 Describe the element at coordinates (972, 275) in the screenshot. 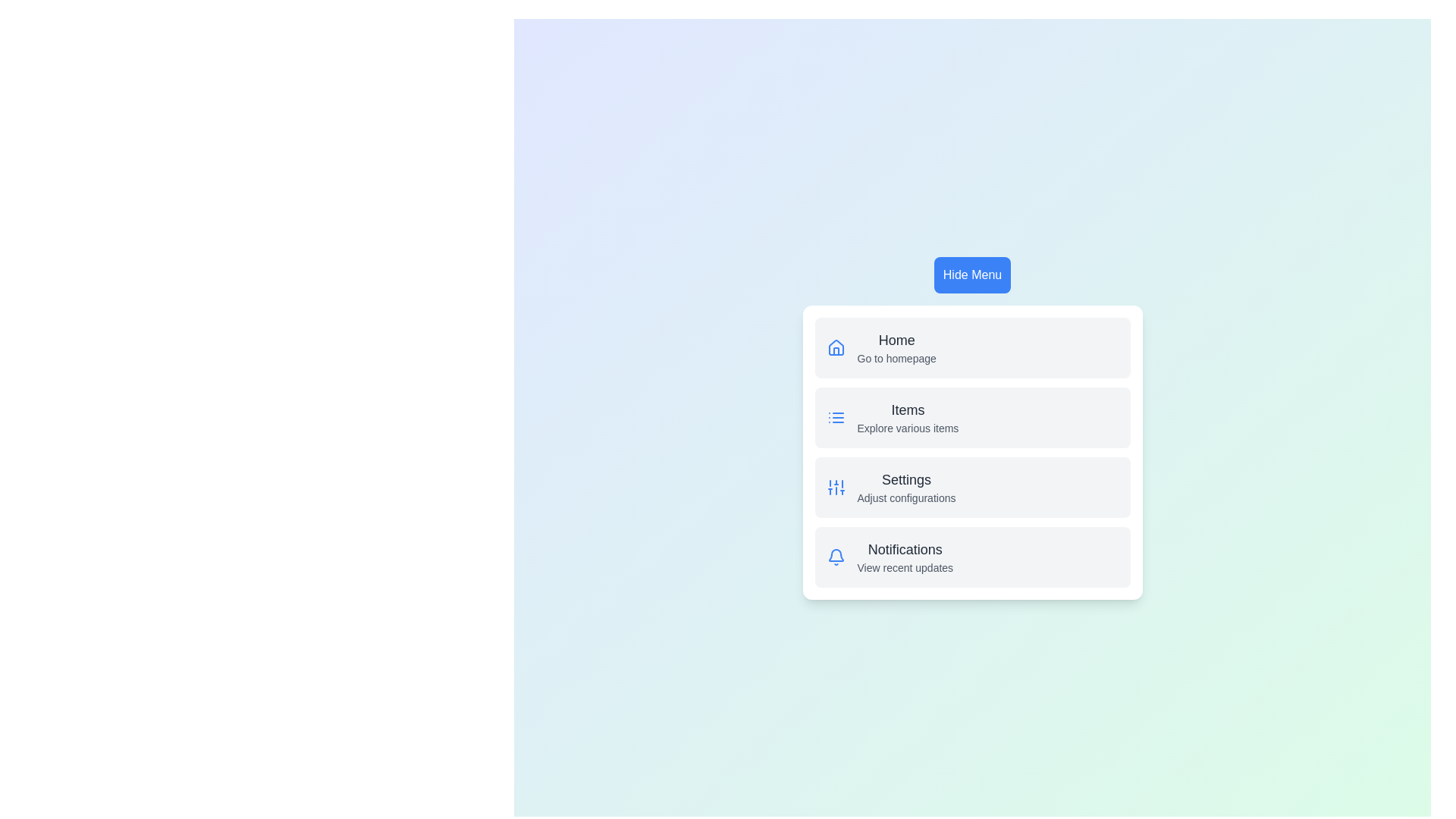

I see `the 'Hide Menu' button to toggle the menu visibility` at that location.